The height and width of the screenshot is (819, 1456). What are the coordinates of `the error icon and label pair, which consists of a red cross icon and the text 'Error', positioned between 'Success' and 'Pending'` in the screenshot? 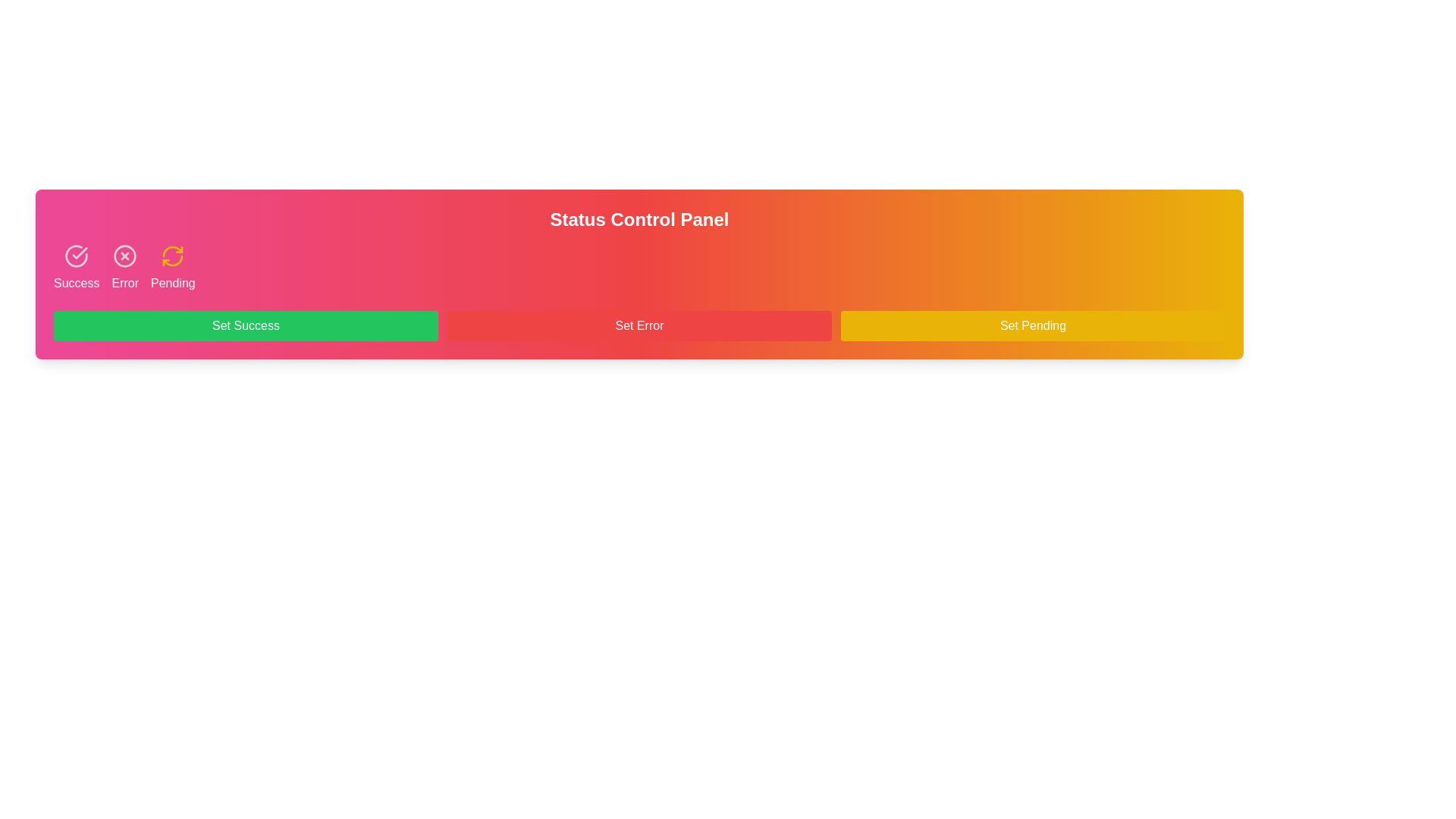 It's located at (125, 268).